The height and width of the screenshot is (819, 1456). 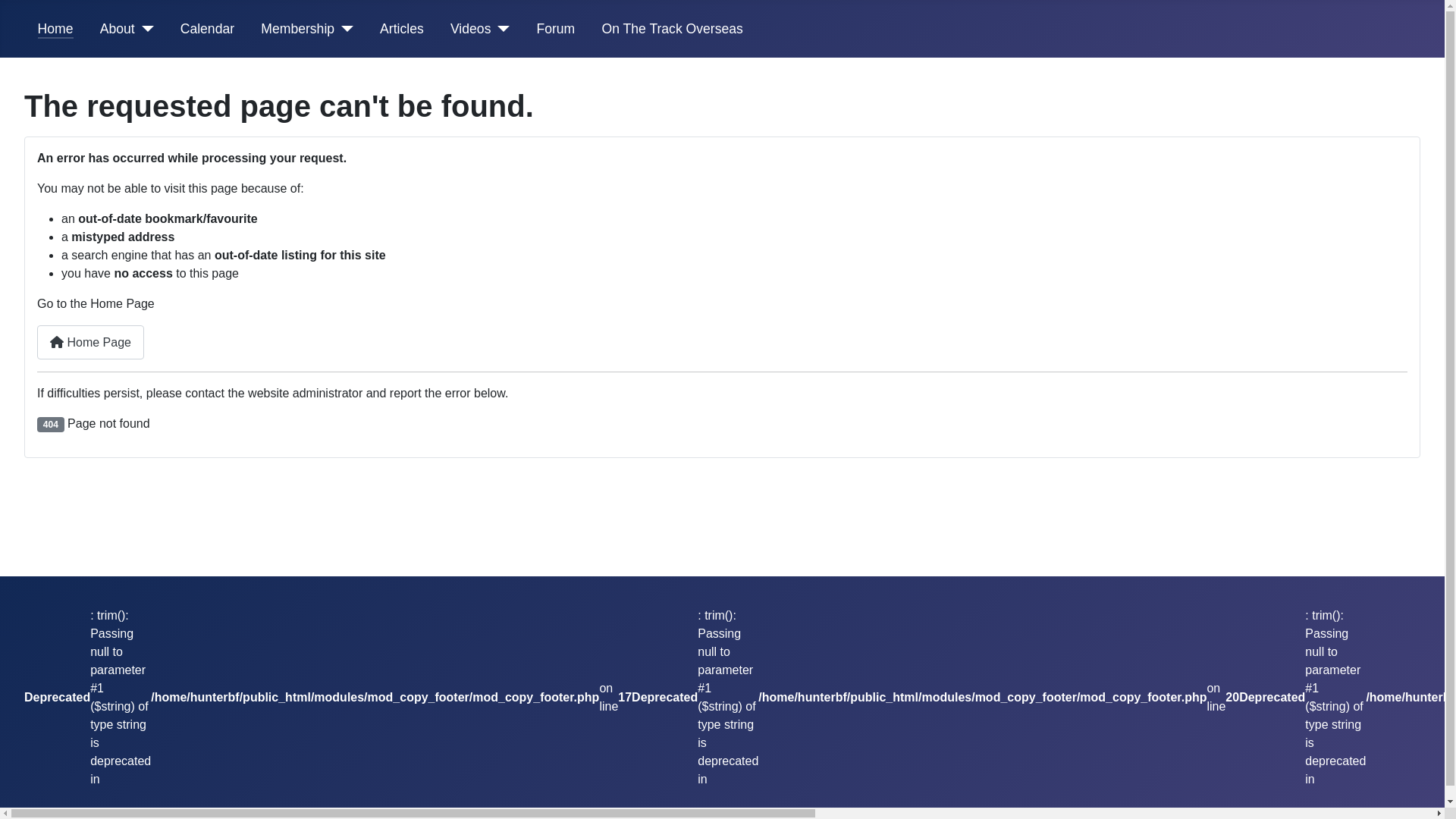 I want to click on 'About', so click(x=116, y=29).